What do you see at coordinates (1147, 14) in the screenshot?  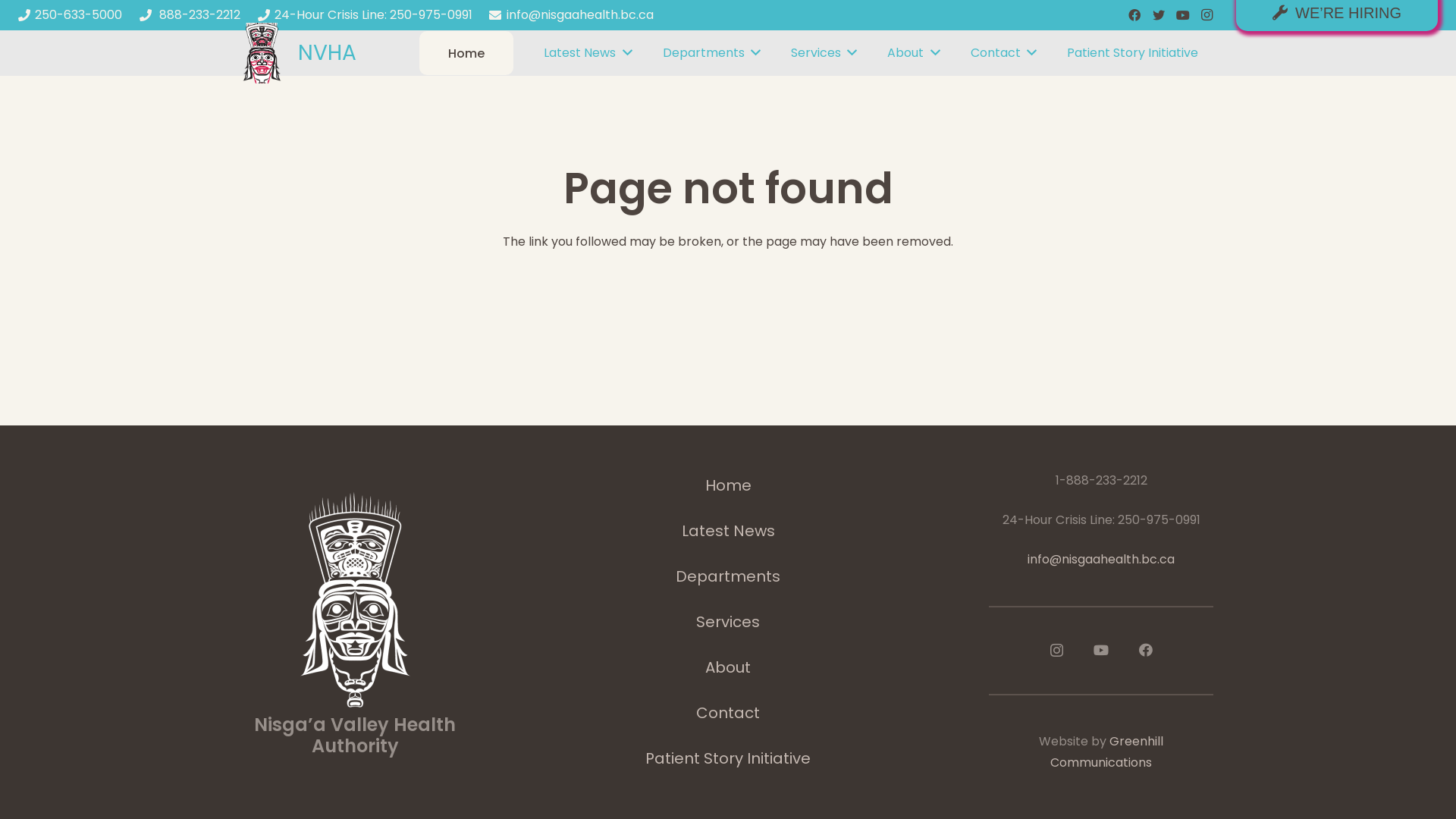 I see `'Twitter'` at bounding box center [1147, 14].